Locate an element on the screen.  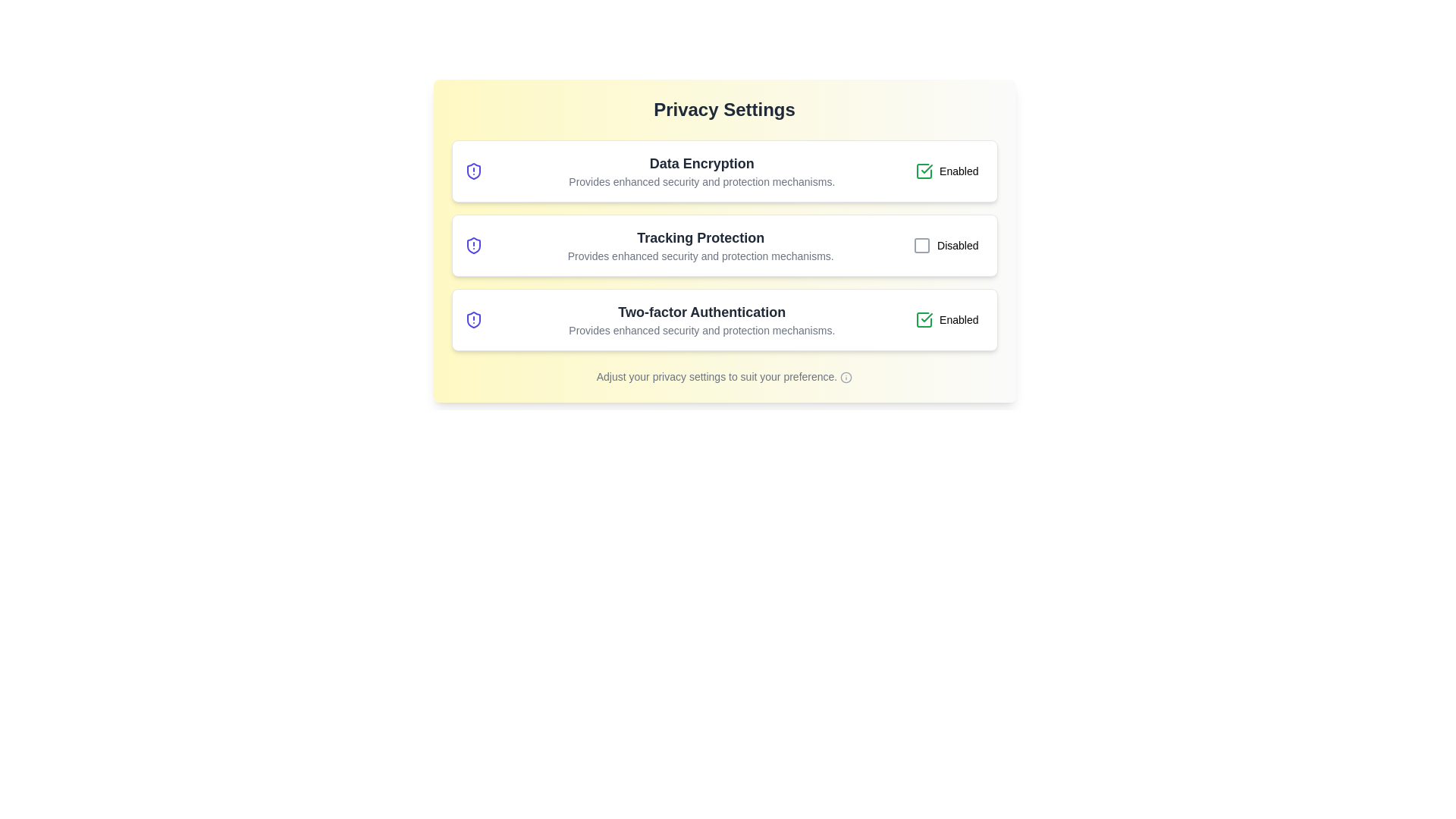
the Text Label that indicates the state of the adjacent setting toggle, which shows 'Enabled' within the 'Privacy Settings' interface is located at coordinates (958, 171).